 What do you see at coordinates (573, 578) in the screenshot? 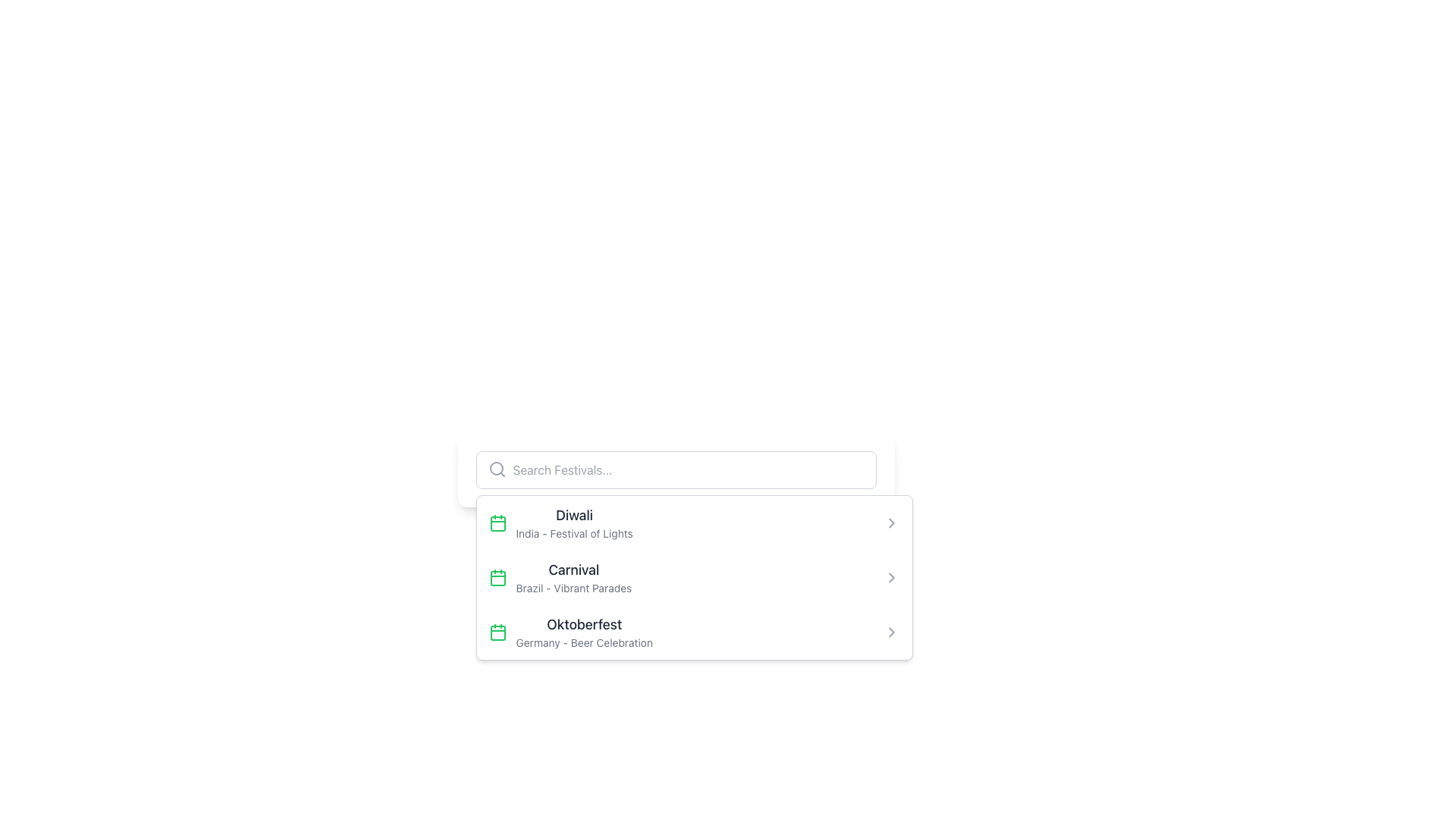
I see `the second list item labeled 'Carnival' which is part of a dropdown under a search input field` at bounding box center [573, 578].